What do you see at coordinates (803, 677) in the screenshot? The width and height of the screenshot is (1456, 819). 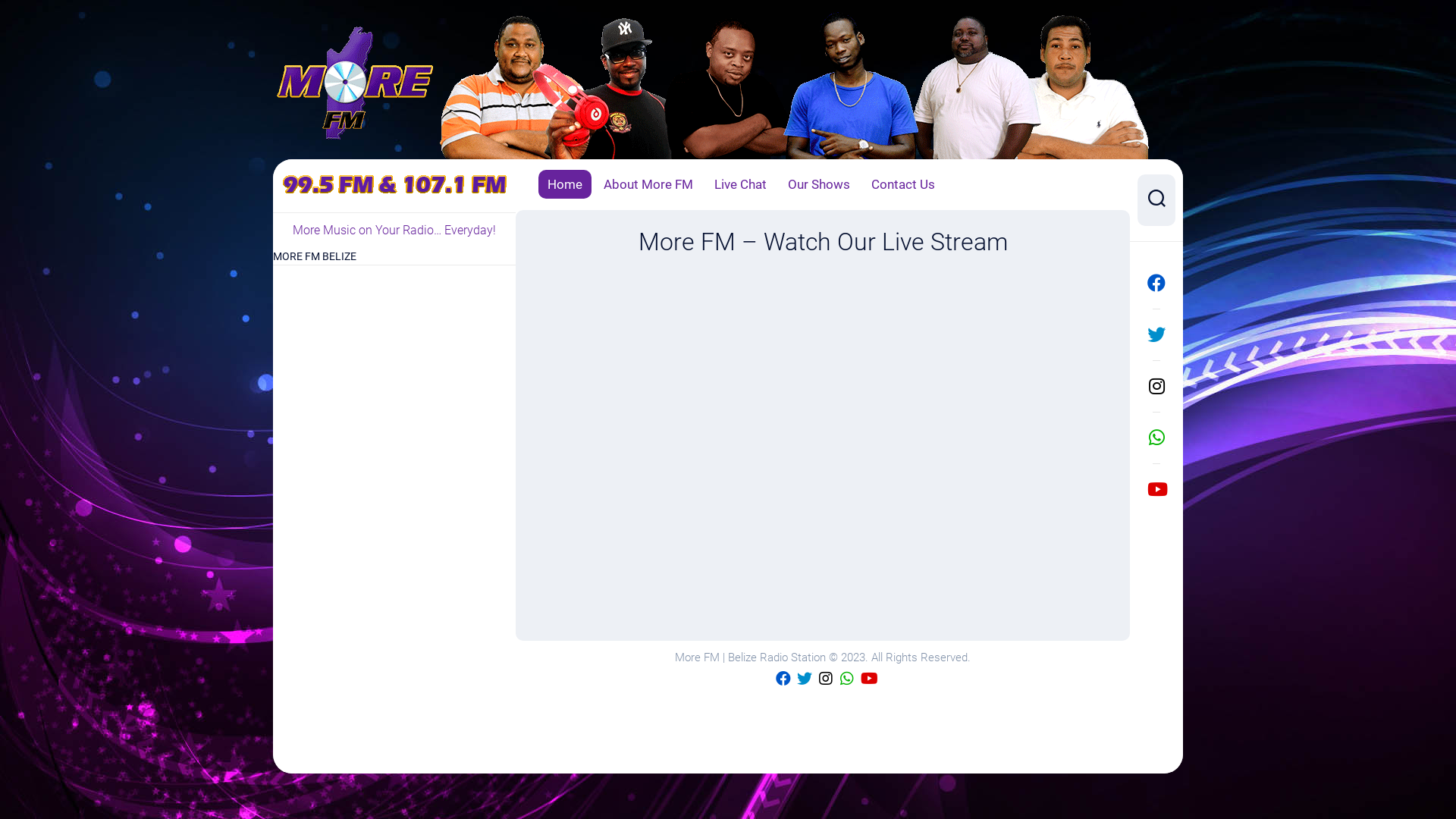 I see `'Twitter'` at bounding box center [803, 677].